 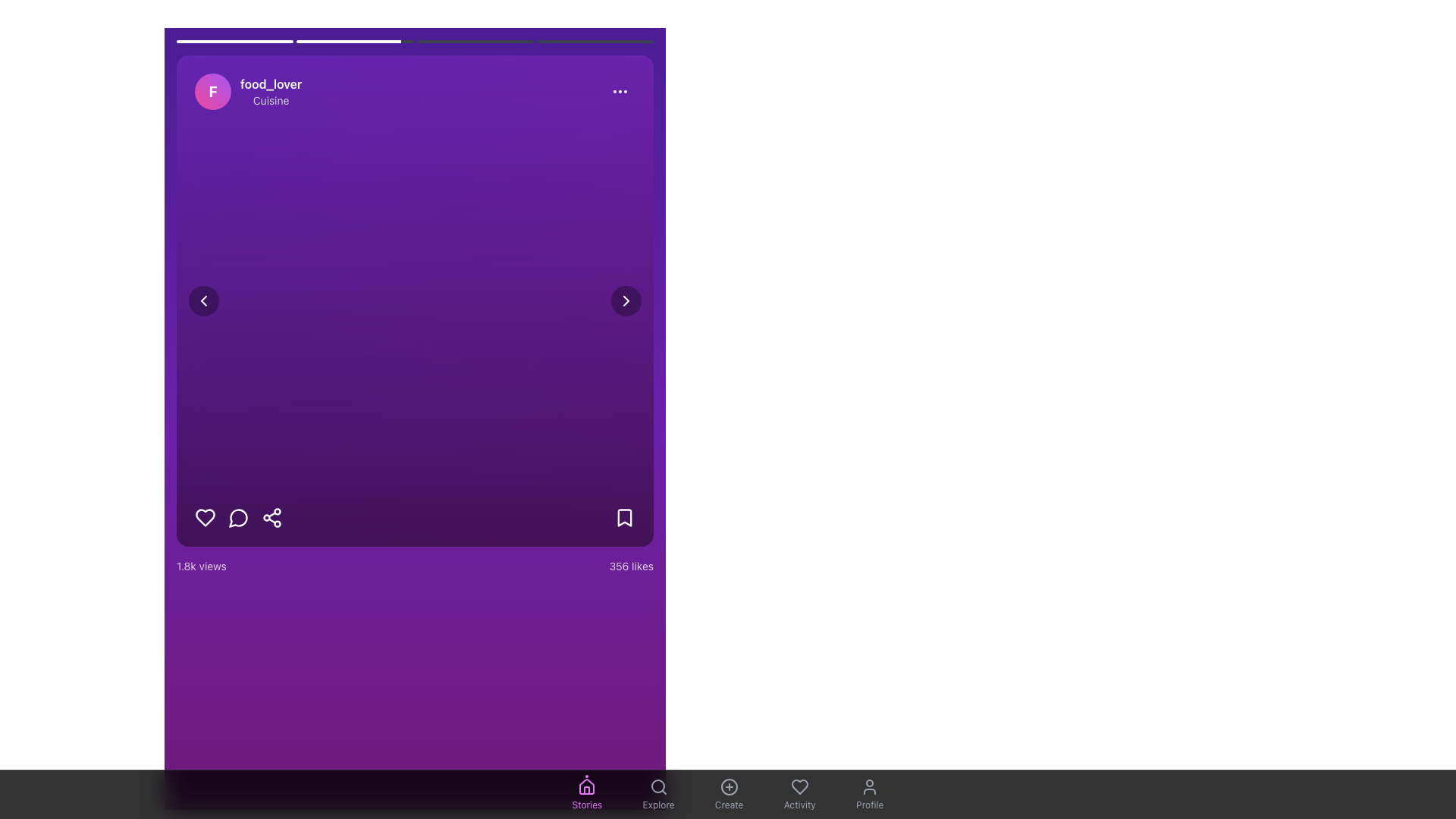 I want to click on the inner circle of the search icon in the 'Explore' button located in the bottom navigation bar, so click(x=657, y=786).